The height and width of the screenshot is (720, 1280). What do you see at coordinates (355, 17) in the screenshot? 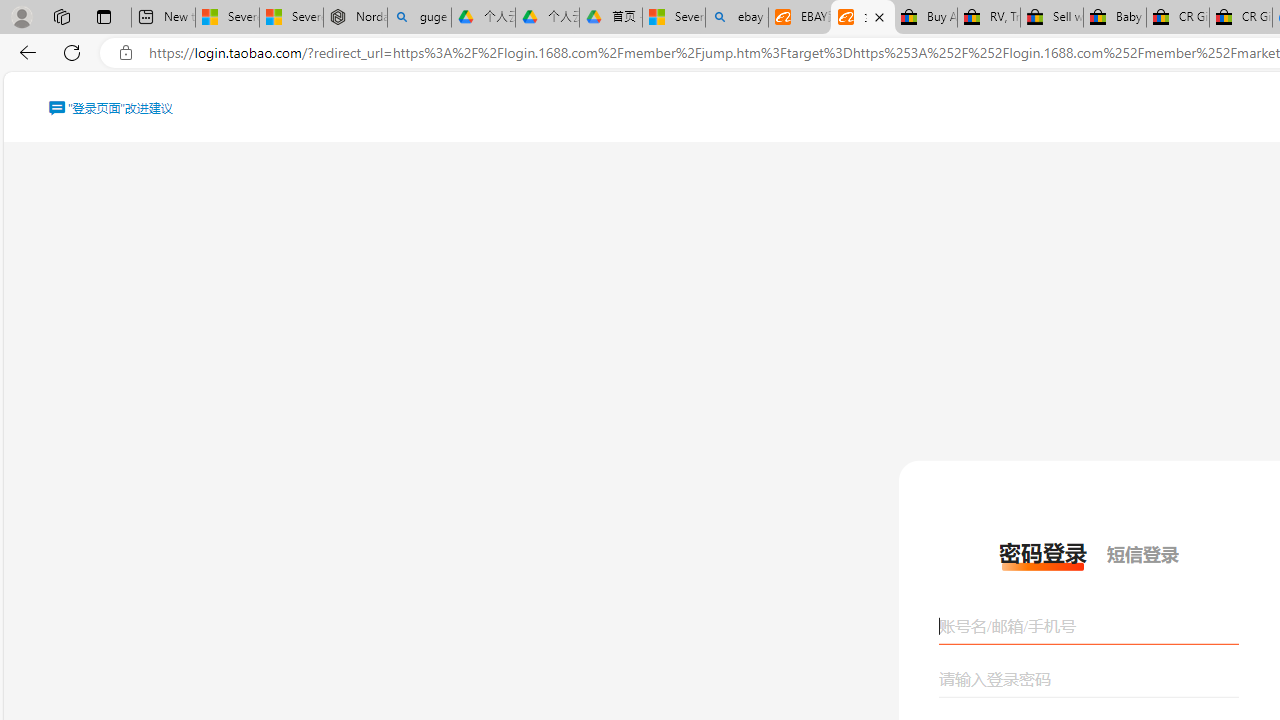
I see `'Nordace - Summer Adventures 2024'` at bounding box center [355, 17].